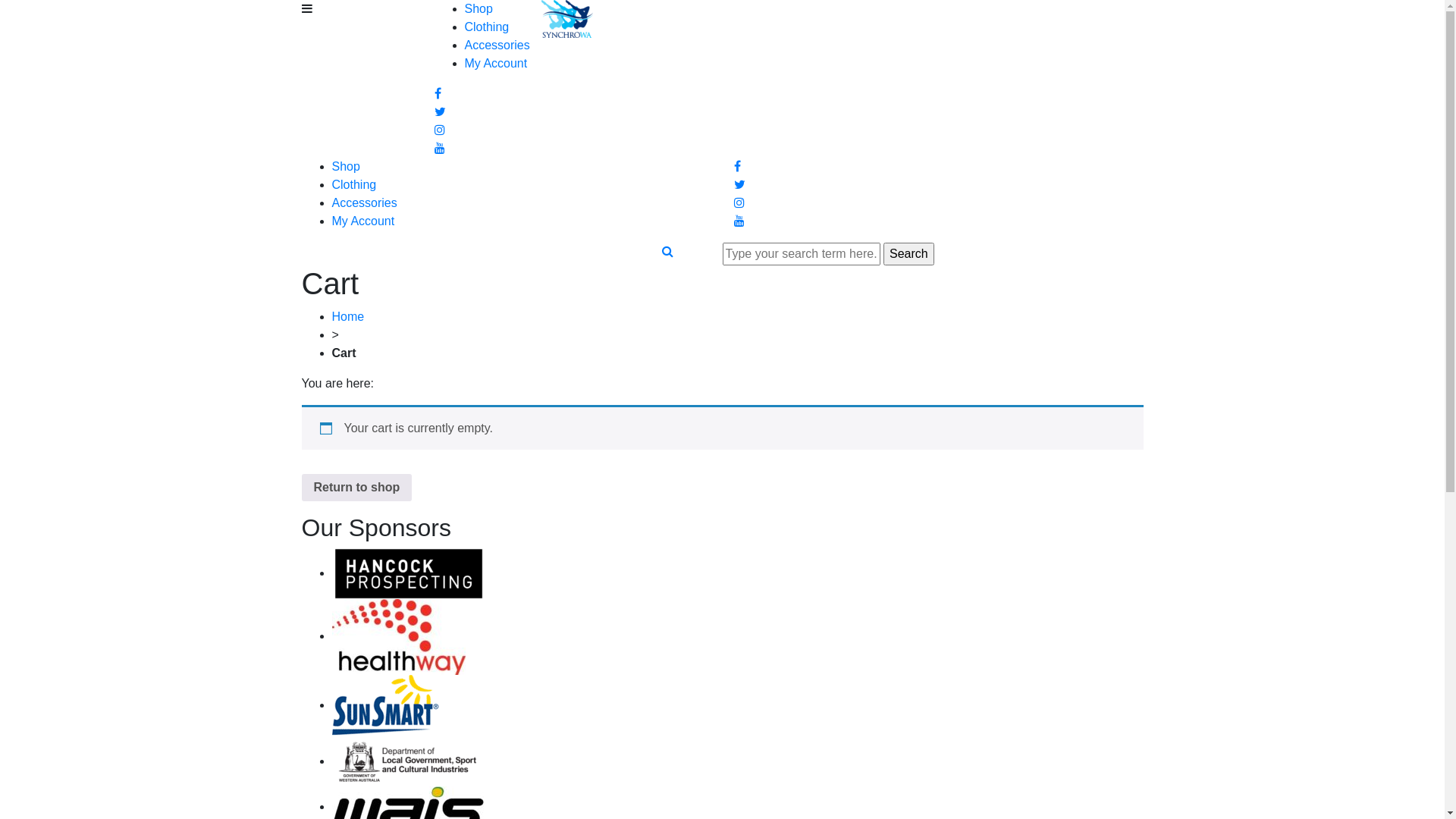 The height and width of the screenshot is (819, 1456). I want to click on 'Return to shop', so click(356, 488).